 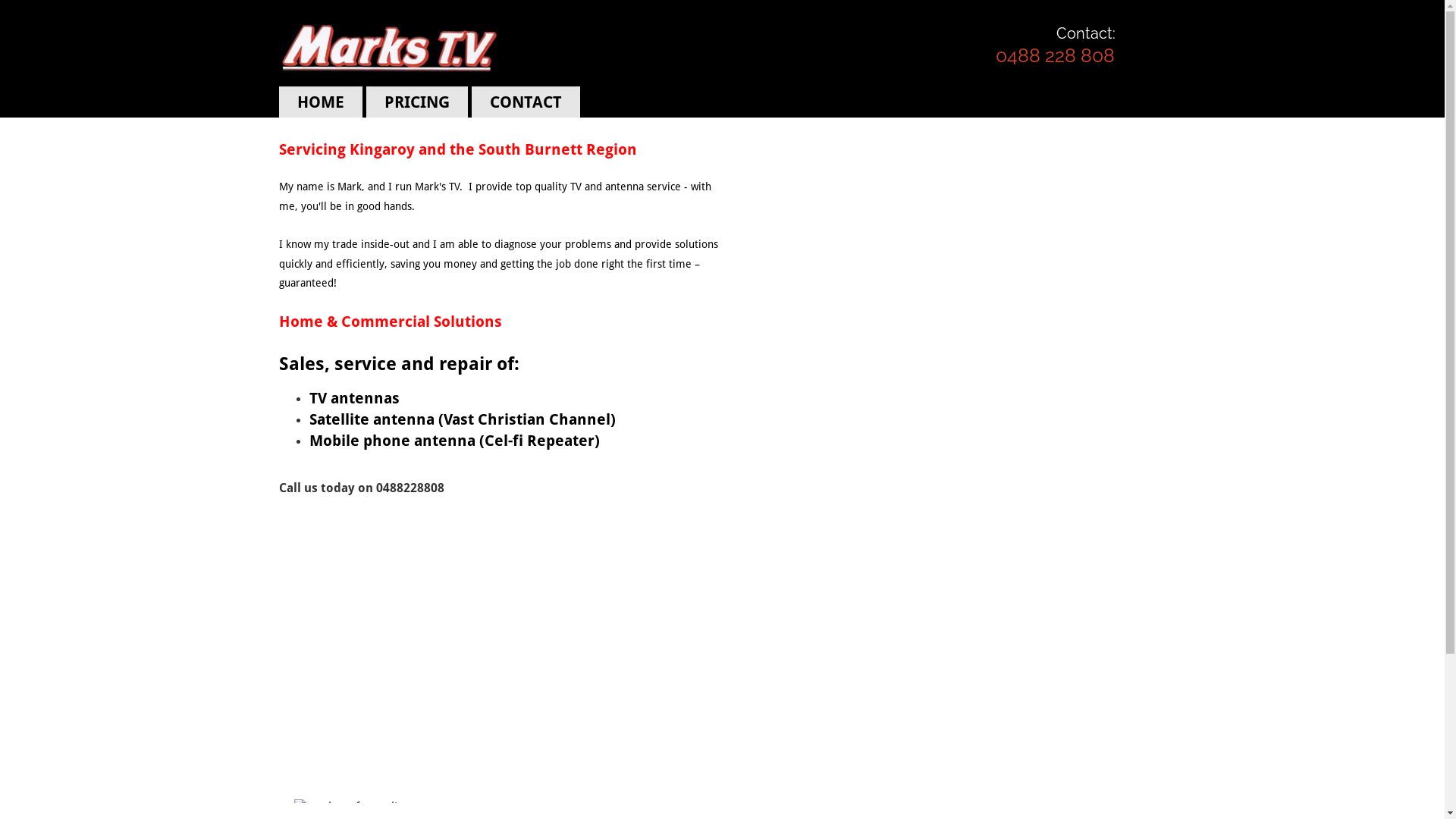 I want to click on 'Marks tv logo', so click(x=389, y=46).